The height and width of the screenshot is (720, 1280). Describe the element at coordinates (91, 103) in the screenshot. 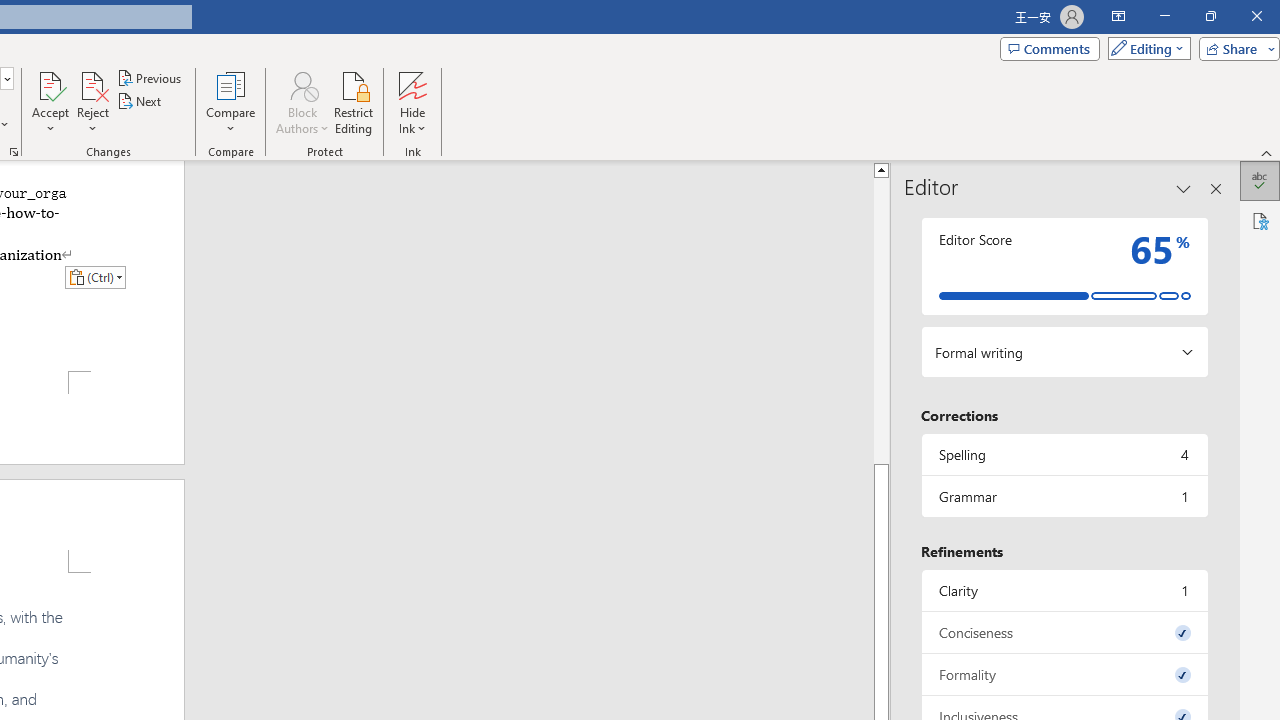

I see `'Reject'` at that location.